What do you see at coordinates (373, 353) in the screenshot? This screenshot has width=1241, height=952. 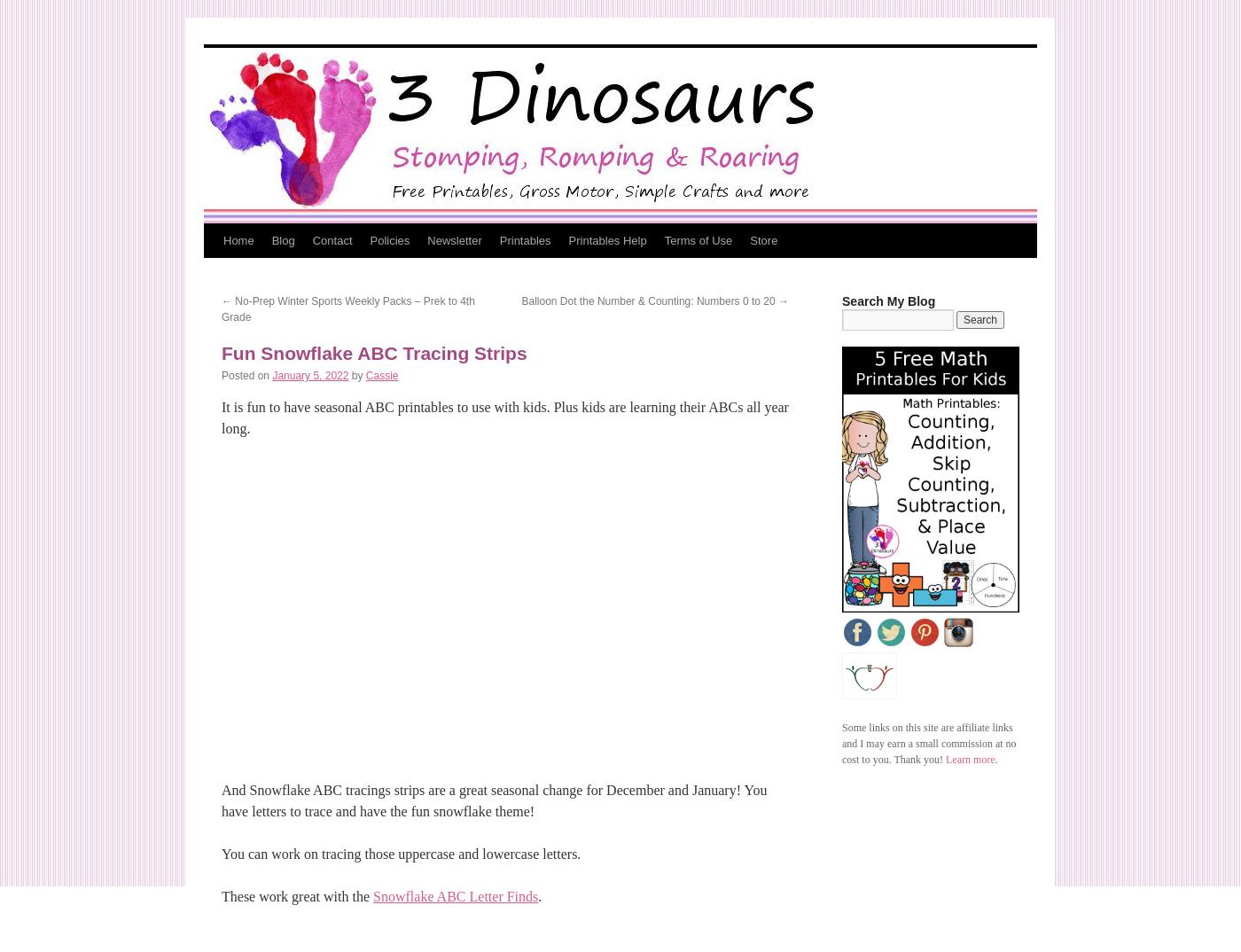 I see `'Fun Snowflake ABC Tracing Strips'` at bounding box center [373, 353].